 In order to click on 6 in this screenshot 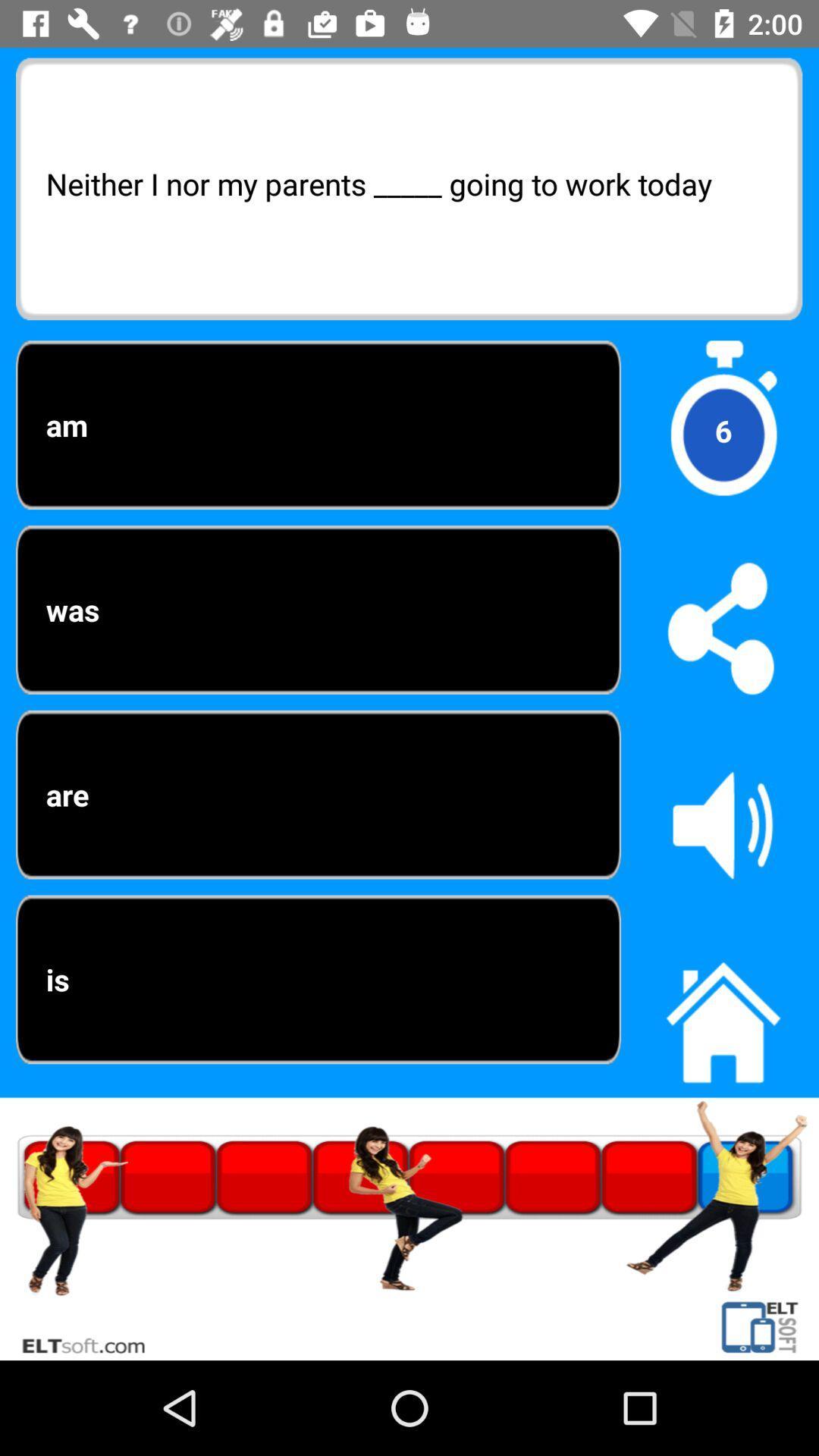, I will do `click(722, 430)`.